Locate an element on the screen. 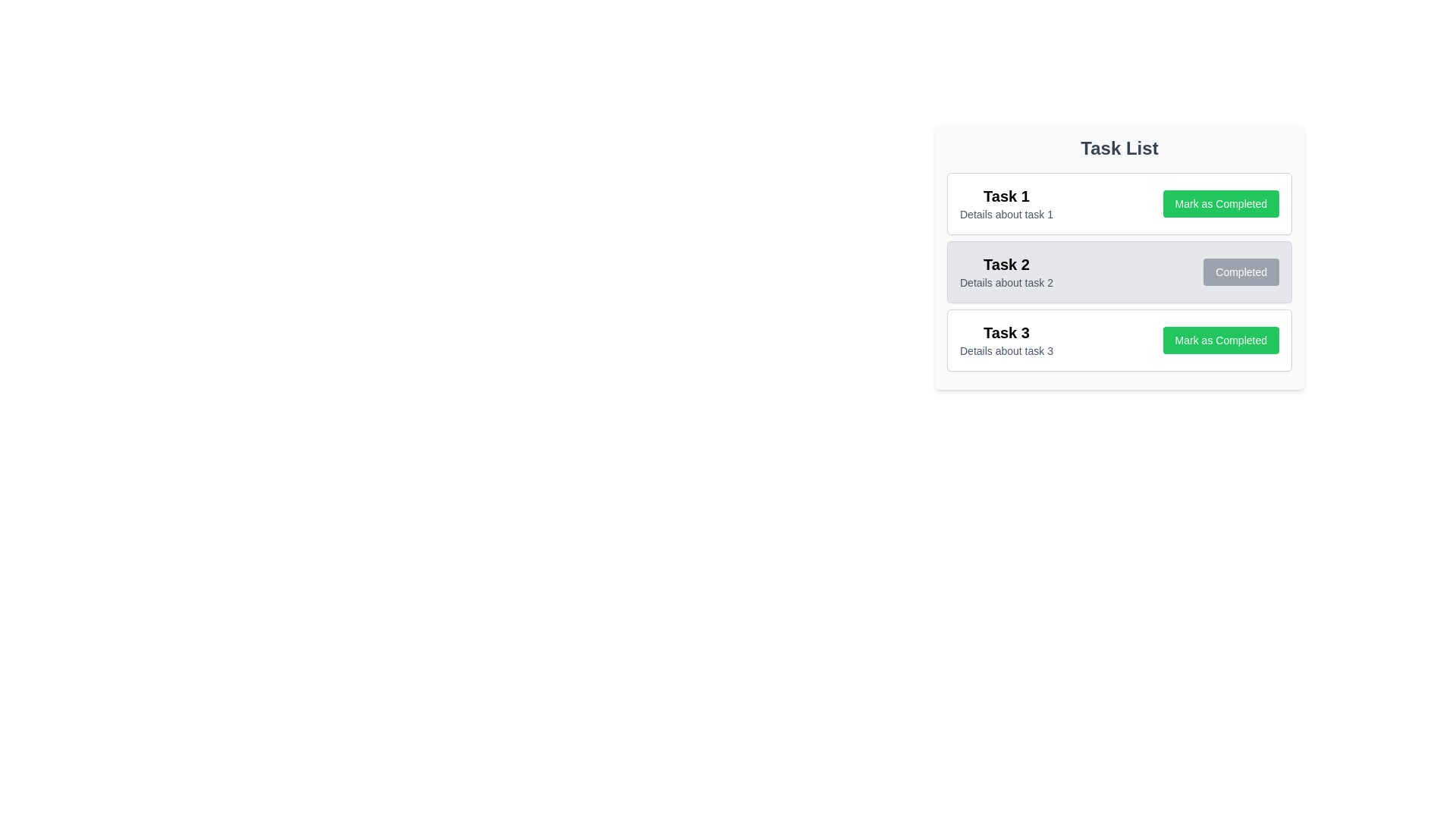 The width and height of the screenshot is (1456, 819). the 'mark as completed' button for Task 3 is located at coordinates (1221, 339).